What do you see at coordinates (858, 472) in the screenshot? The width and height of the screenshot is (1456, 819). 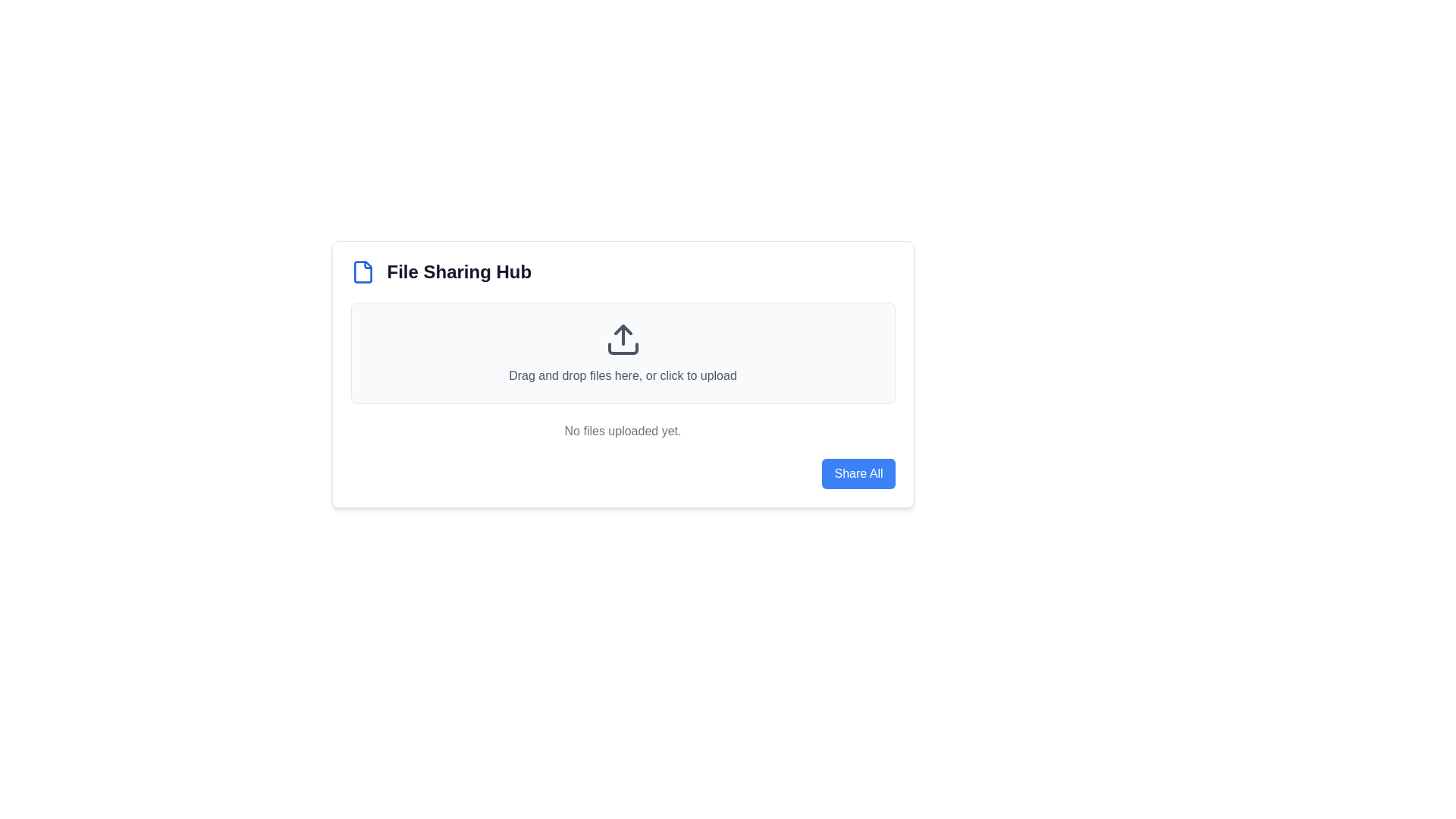 I see `the clickable button located at the bottom-right corner of the interface to observe the hover effects` at bounding box center [858, 472].